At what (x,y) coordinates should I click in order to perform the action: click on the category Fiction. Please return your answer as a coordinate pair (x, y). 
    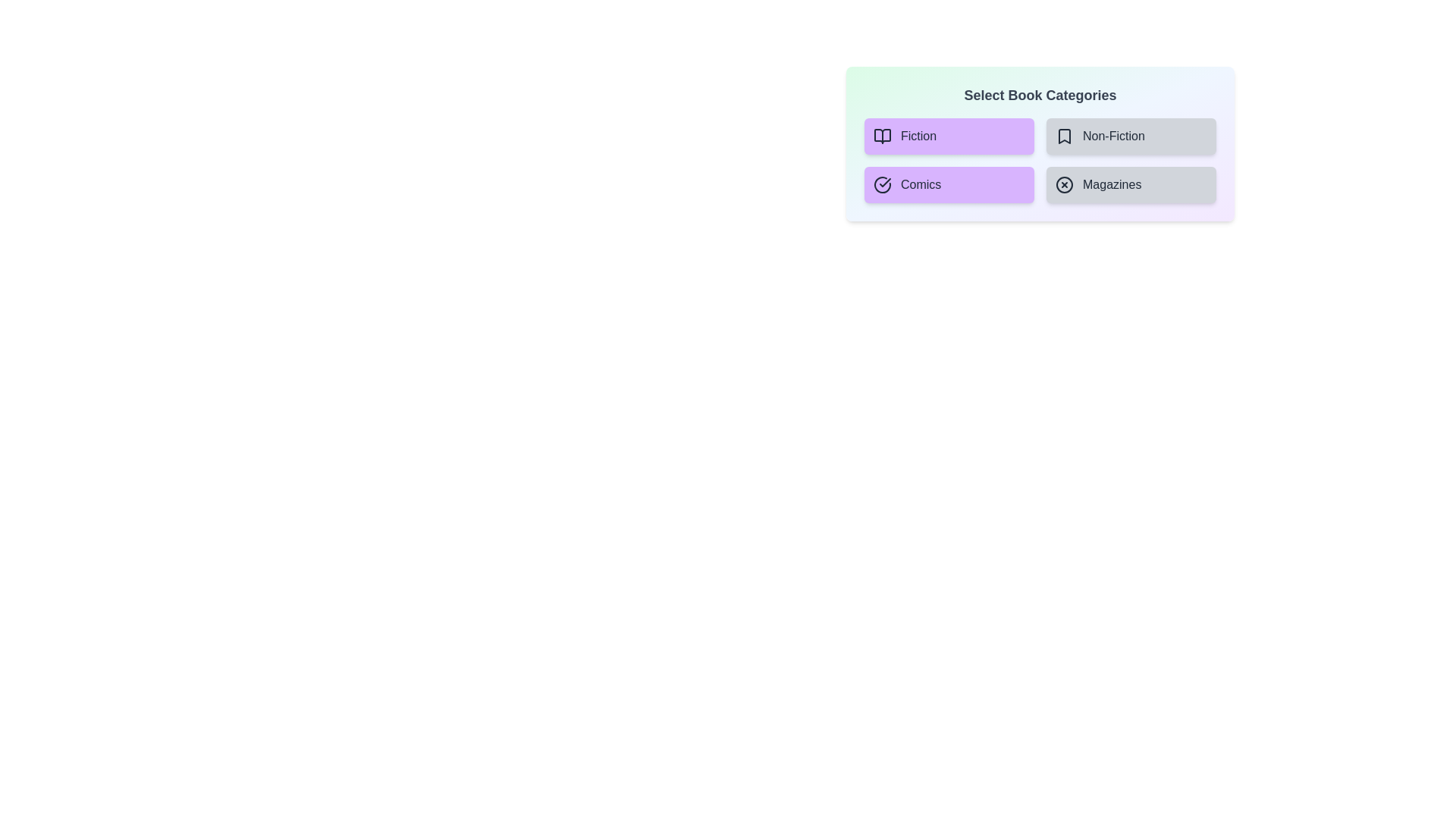
    Looking at the image, I should click on (949, 136).